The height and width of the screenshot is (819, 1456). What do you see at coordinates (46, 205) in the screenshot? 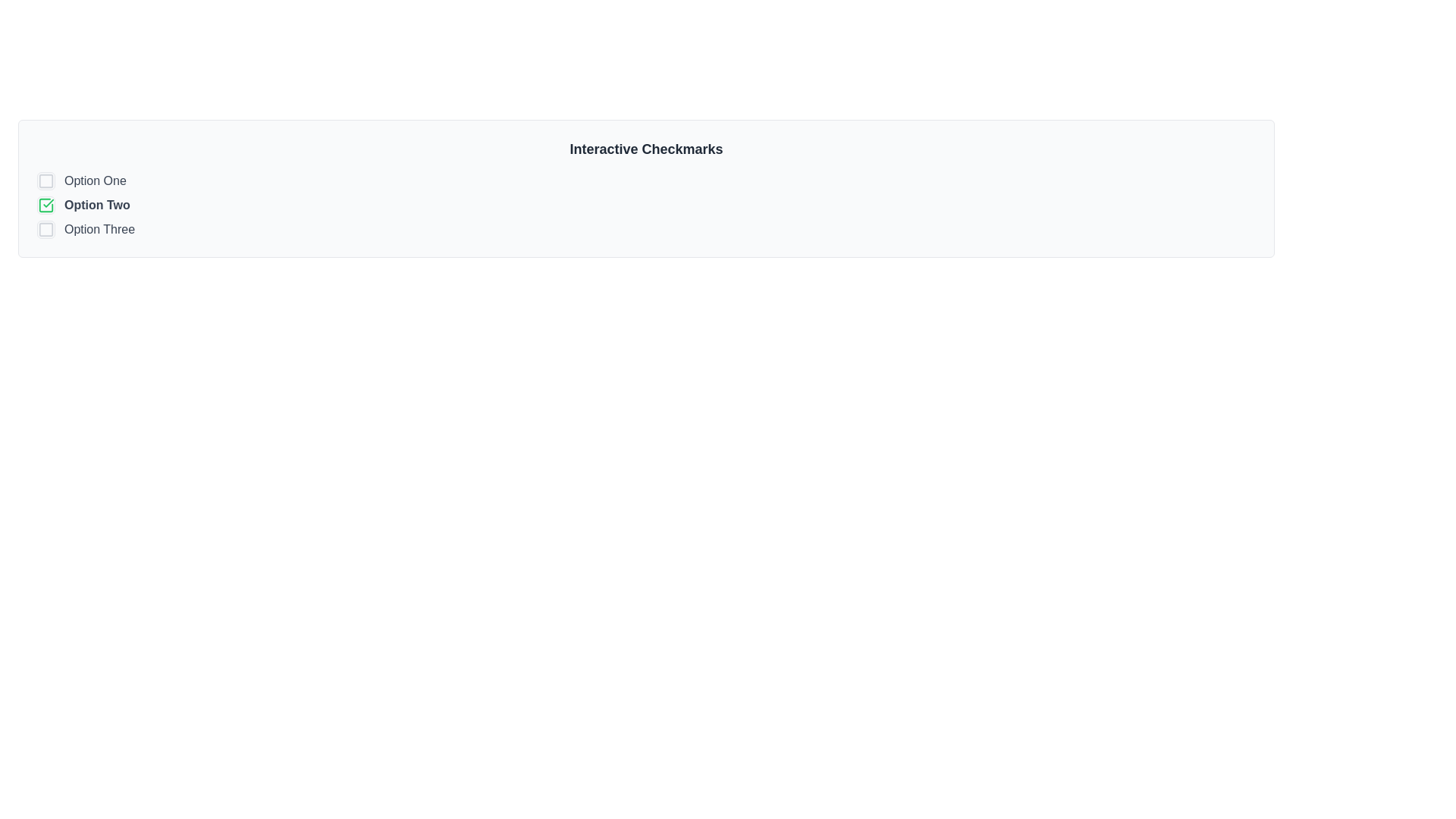
I see `the green checkmark icon that indicates the selected state for 'Option Two'` at bounding box center [46, 205].